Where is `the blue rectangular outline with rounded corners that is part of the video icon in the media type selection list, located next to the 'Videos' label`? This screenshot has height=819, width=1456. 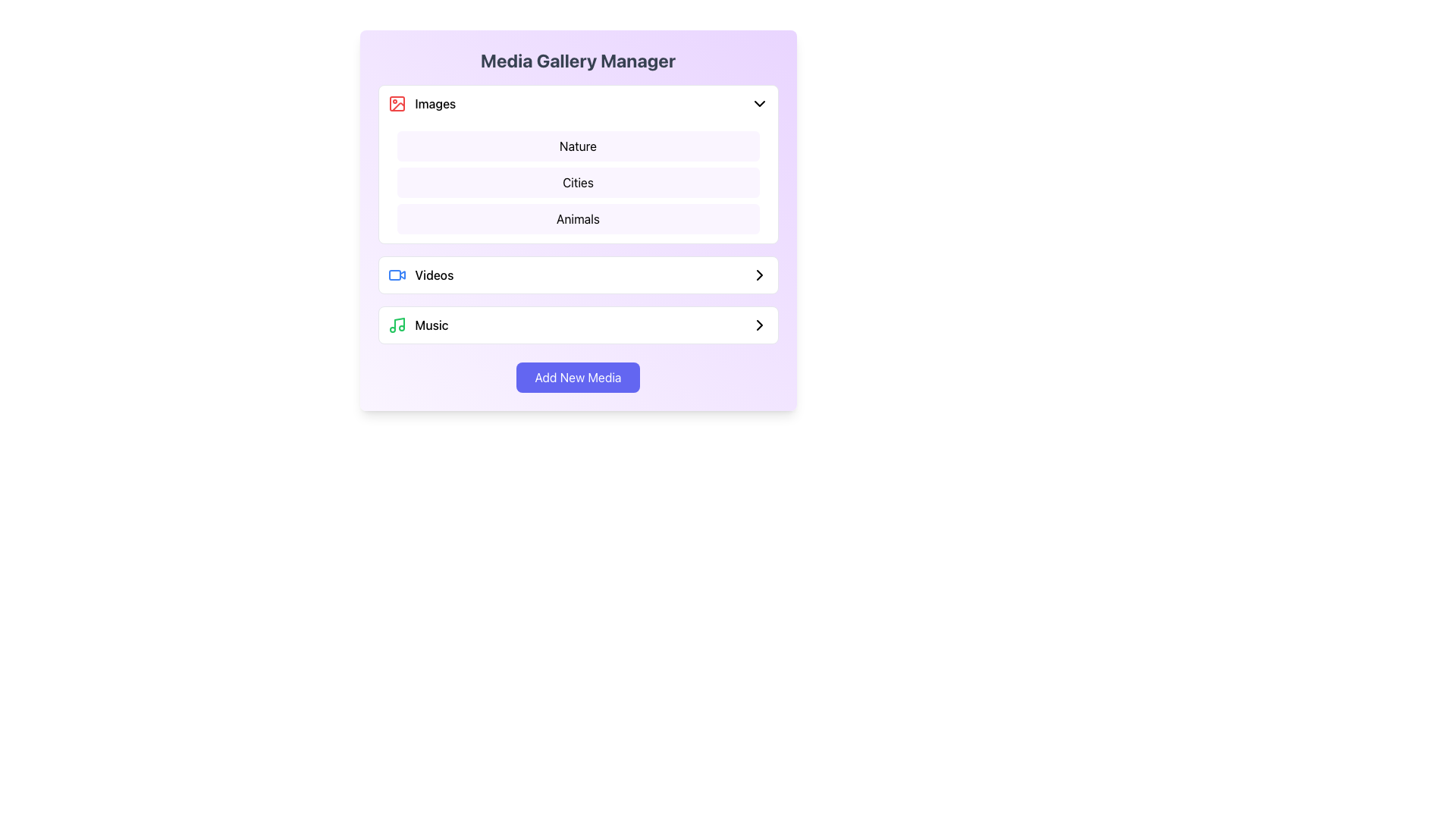 the blue rectangular outline with rounded corners that is part of the video icon in the media type selection list, located next to the 'Videos' label is located at coordinates (394, 275).